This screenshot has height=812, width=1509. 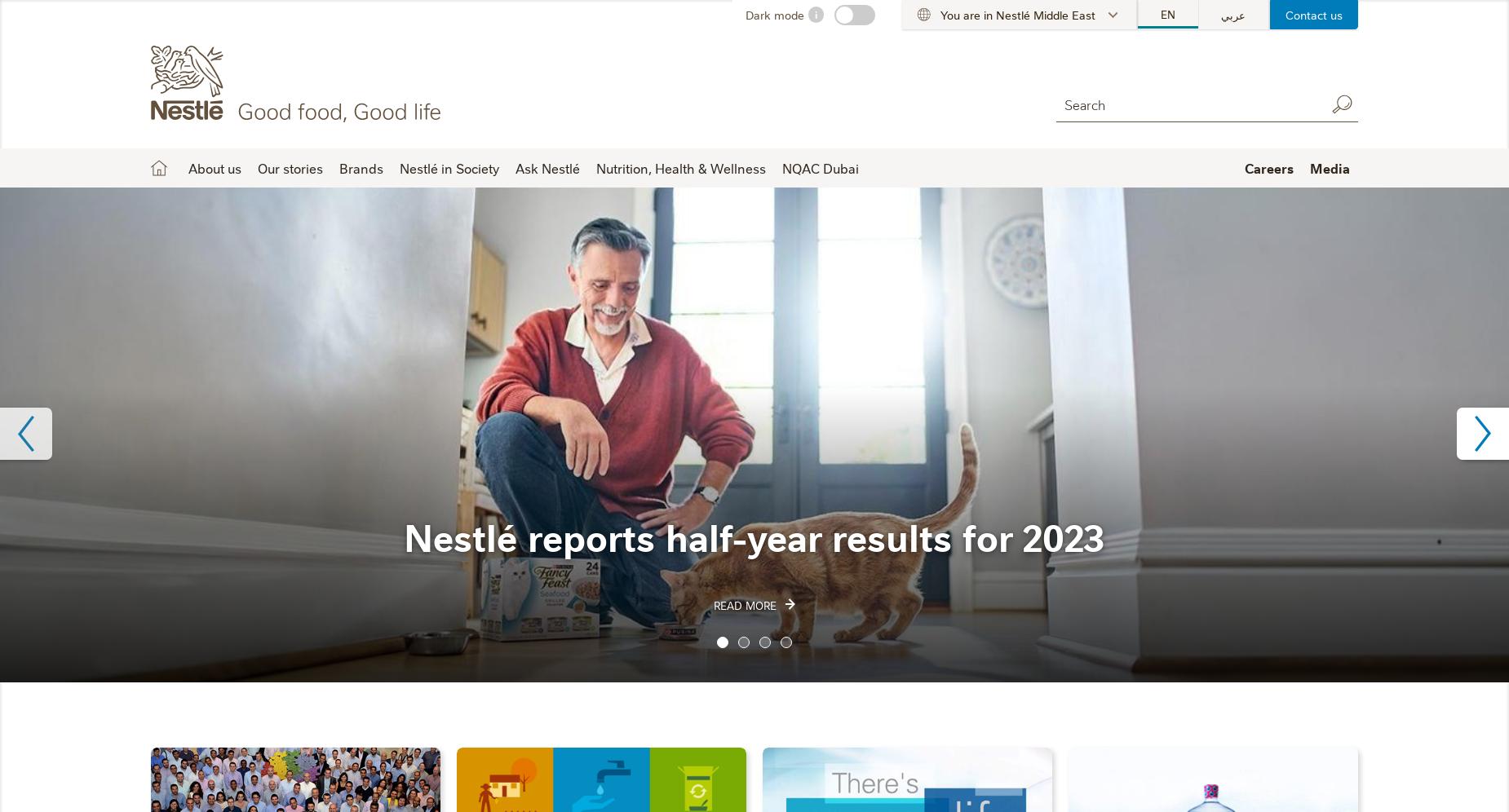 I want to click on 'About us', so click(x=214, y=167).